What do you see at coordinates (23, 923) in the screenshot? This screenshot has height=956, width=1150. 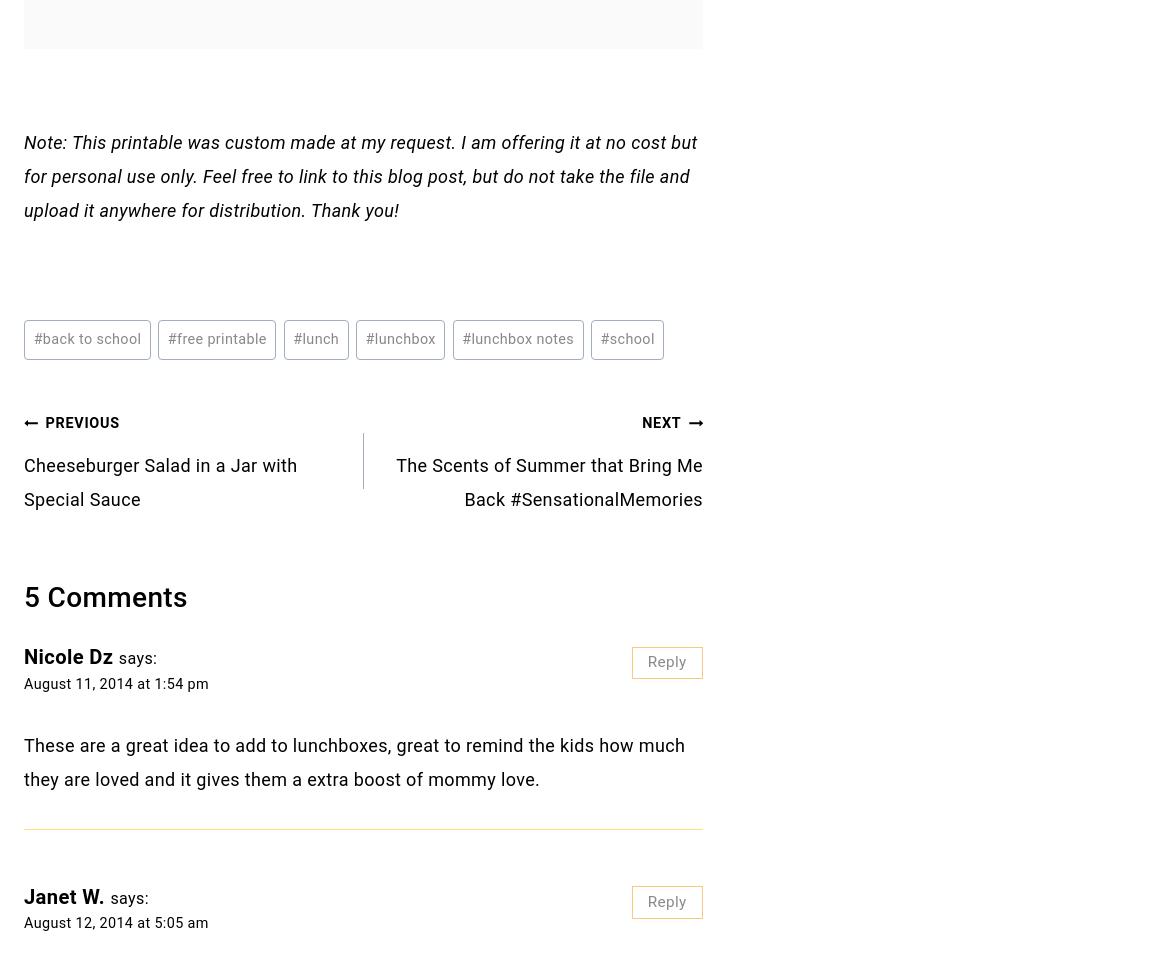 I see `'August 12, 2014 at 5:05 am'` at bounding box center [23, 923].